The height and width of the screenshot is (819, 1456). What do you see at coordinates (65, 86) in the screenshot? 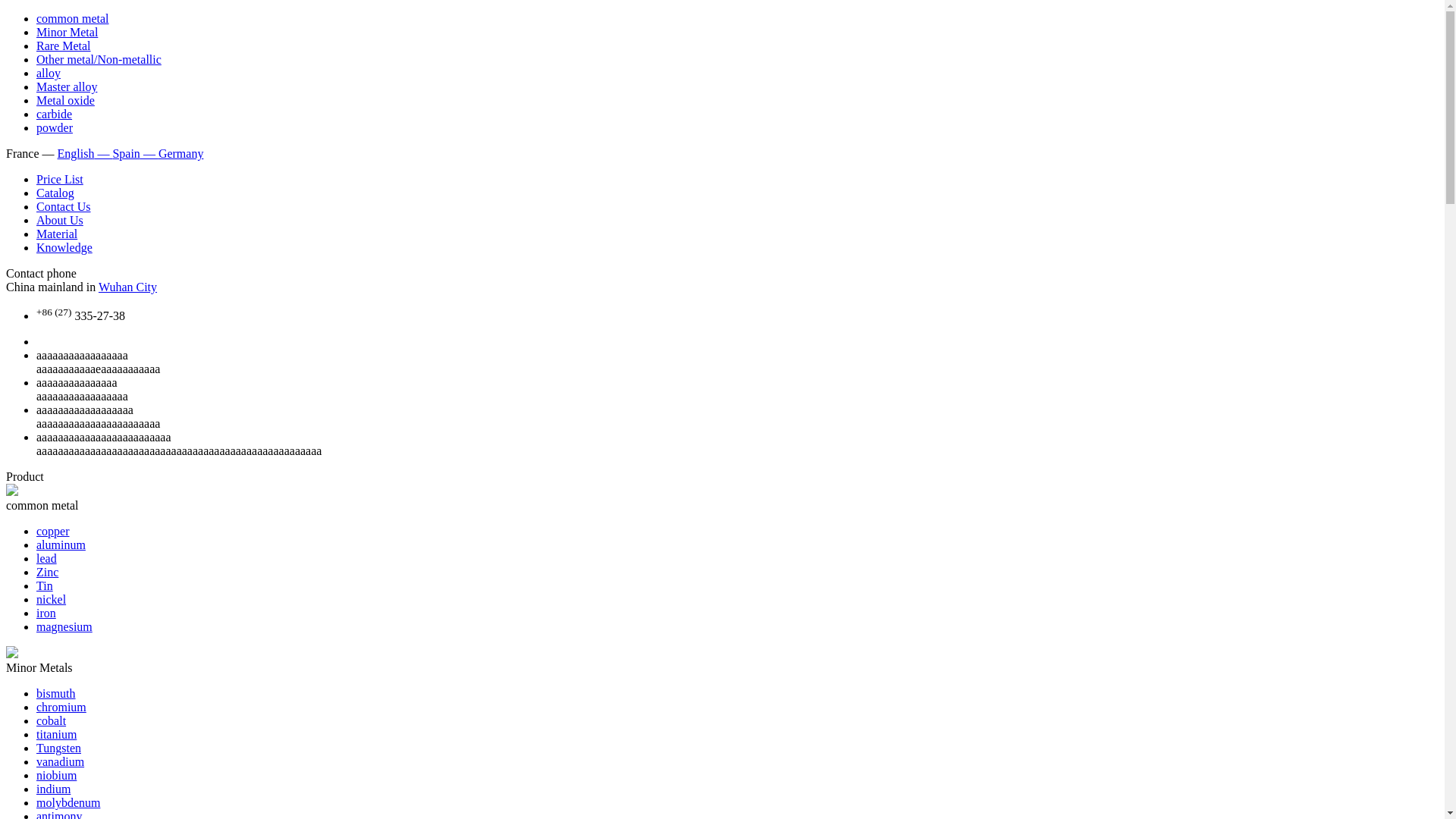
I see `'Master alloy'` at bounding box center [65, 86].